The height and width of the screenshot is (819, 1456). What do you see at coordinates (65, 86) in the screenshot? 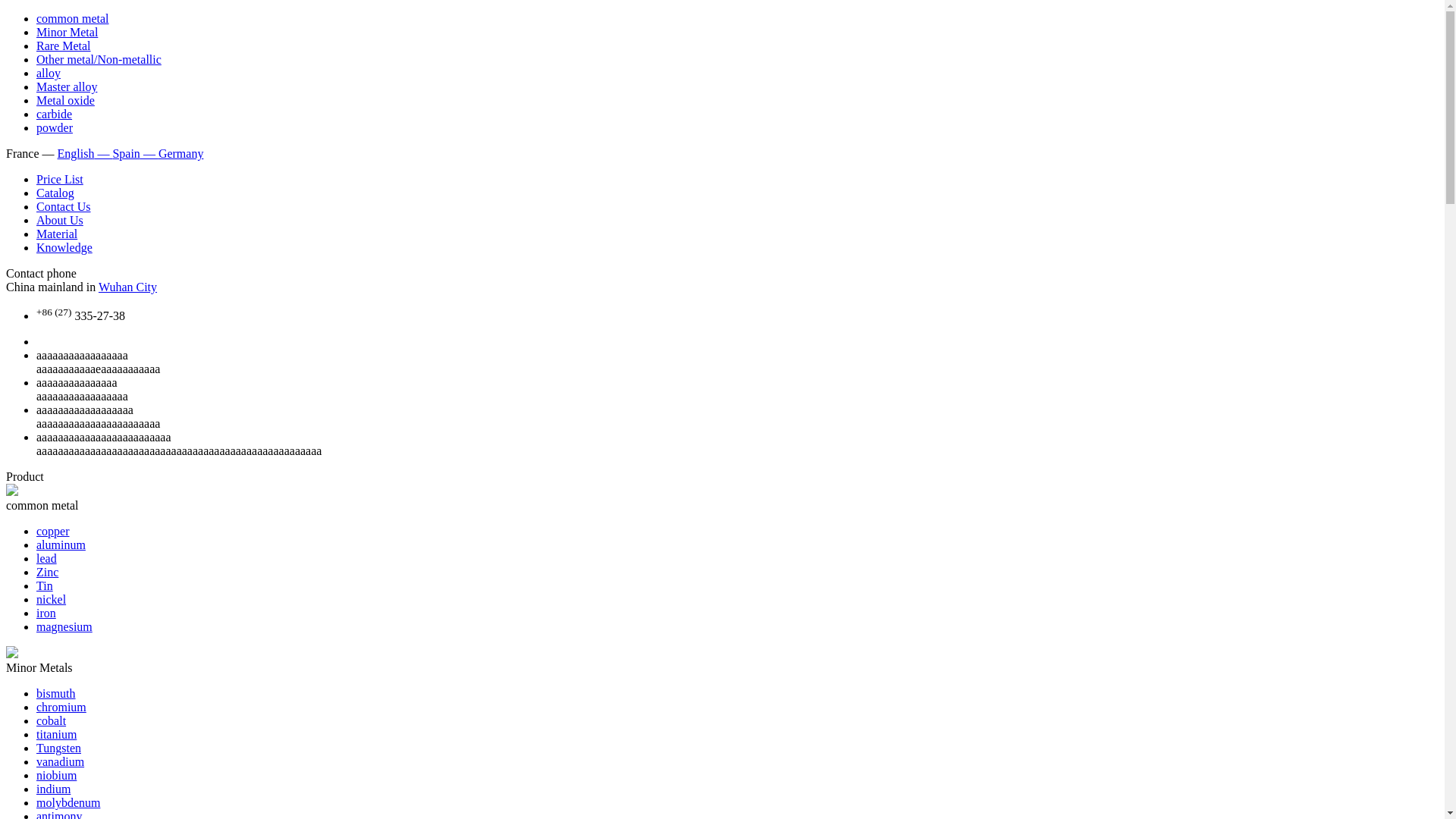
I see `'Master alloy'` at bounding box center [65, 86].